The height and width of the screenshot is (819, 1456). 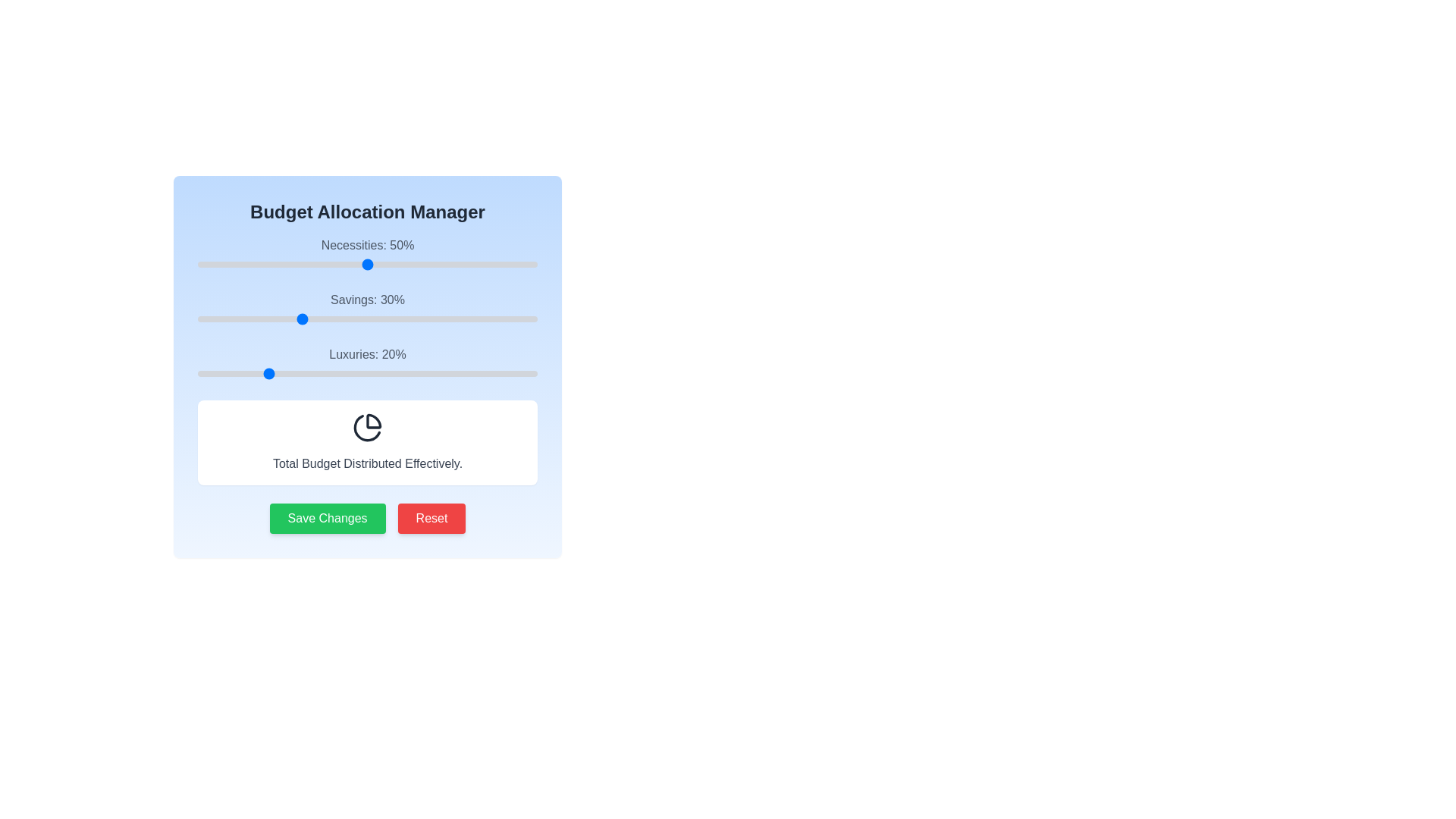 What do you see at coordinates (336, 318) in the screenshot?
I see `the savings percentage` at bounding box center [336, 318].